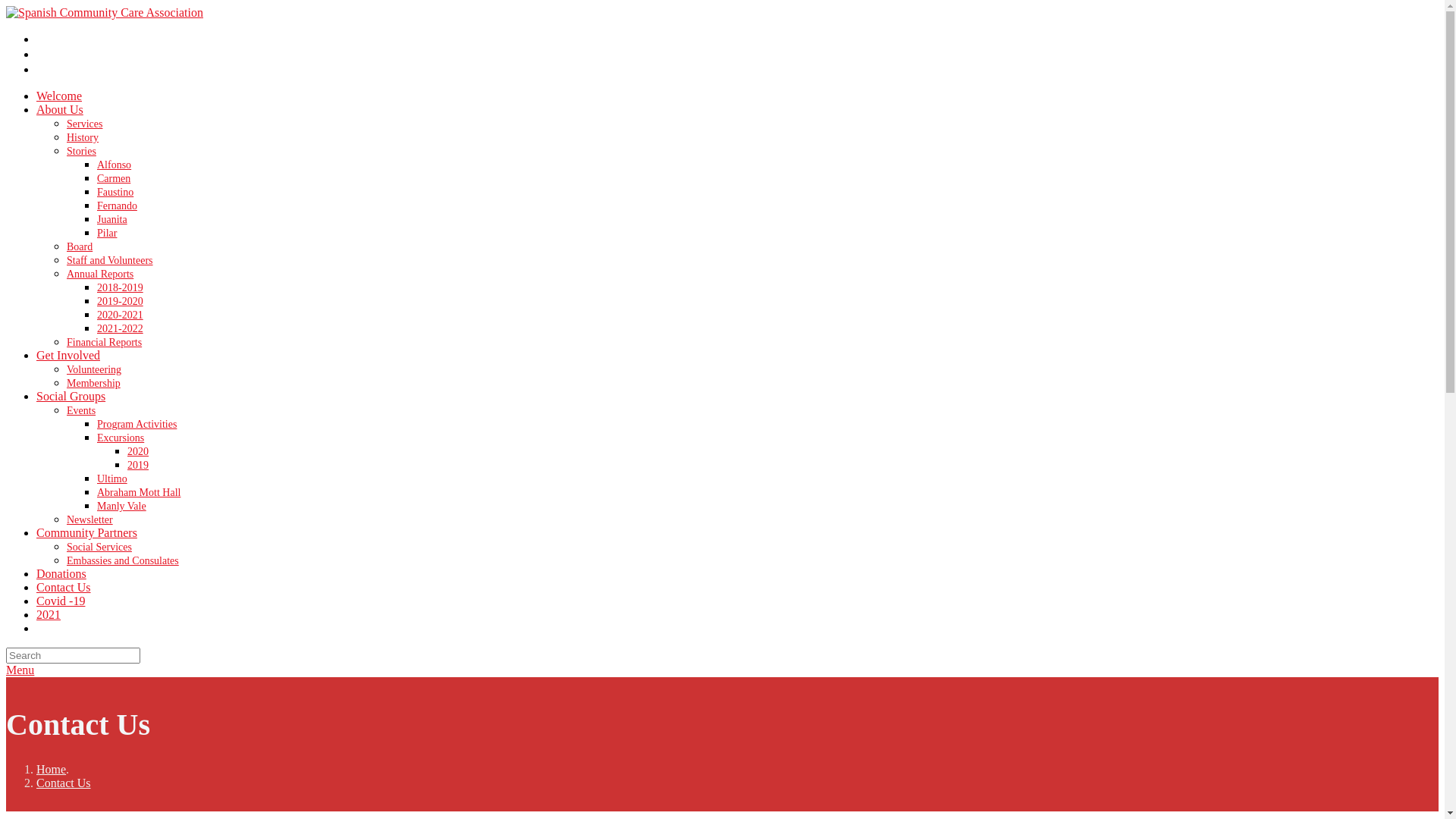 This screenshot has width=1456, height=819. Describe the element at coordinates (65, 137) in the screenshot. I see `'History'` at that location.